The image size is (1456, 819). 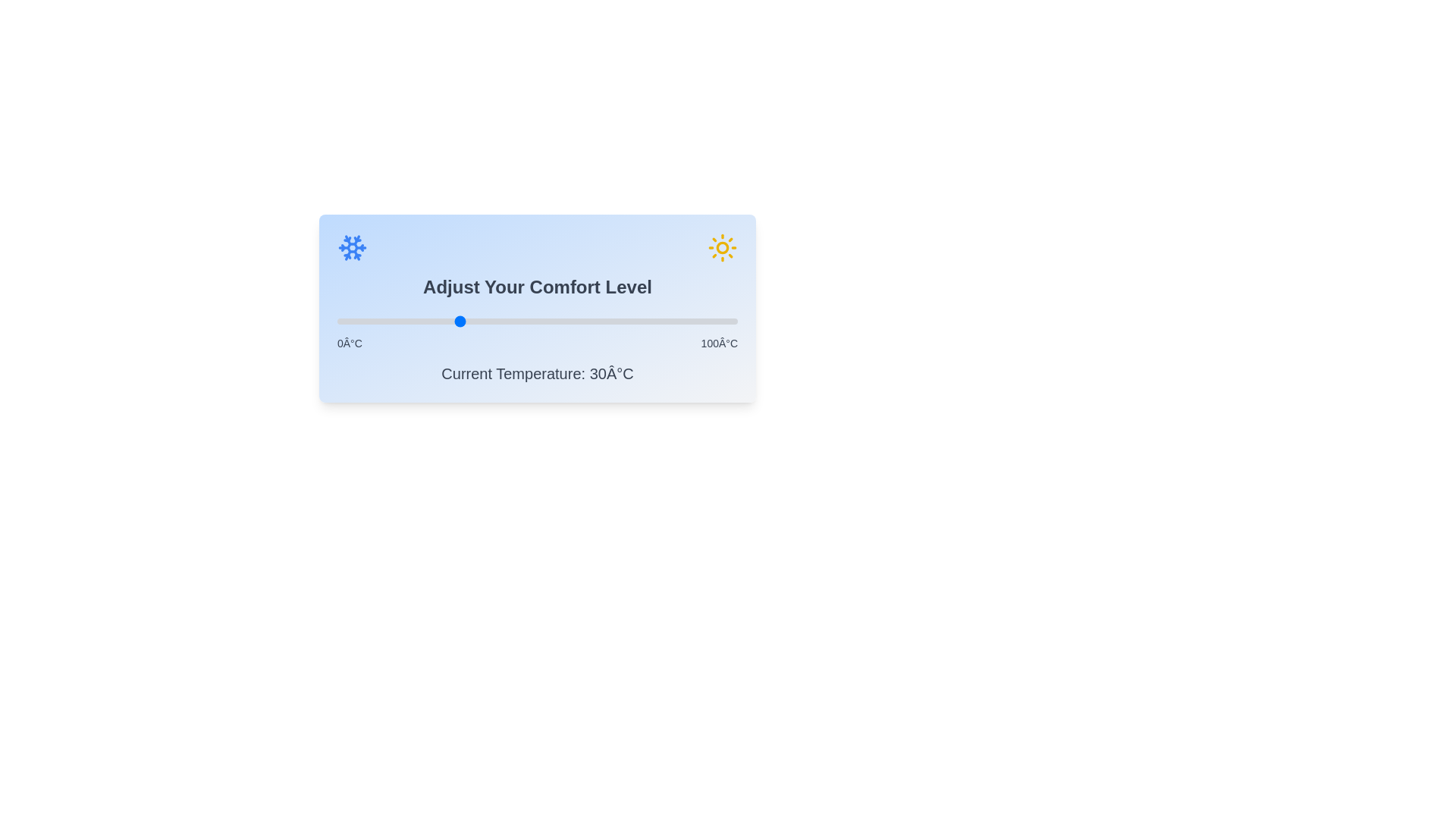 What do you see at coordinates (472, 321) in the screenshot?
I see `the comfort level slider to set the temperature to 34 degrees Celsius` at bounding box center [472, 321].